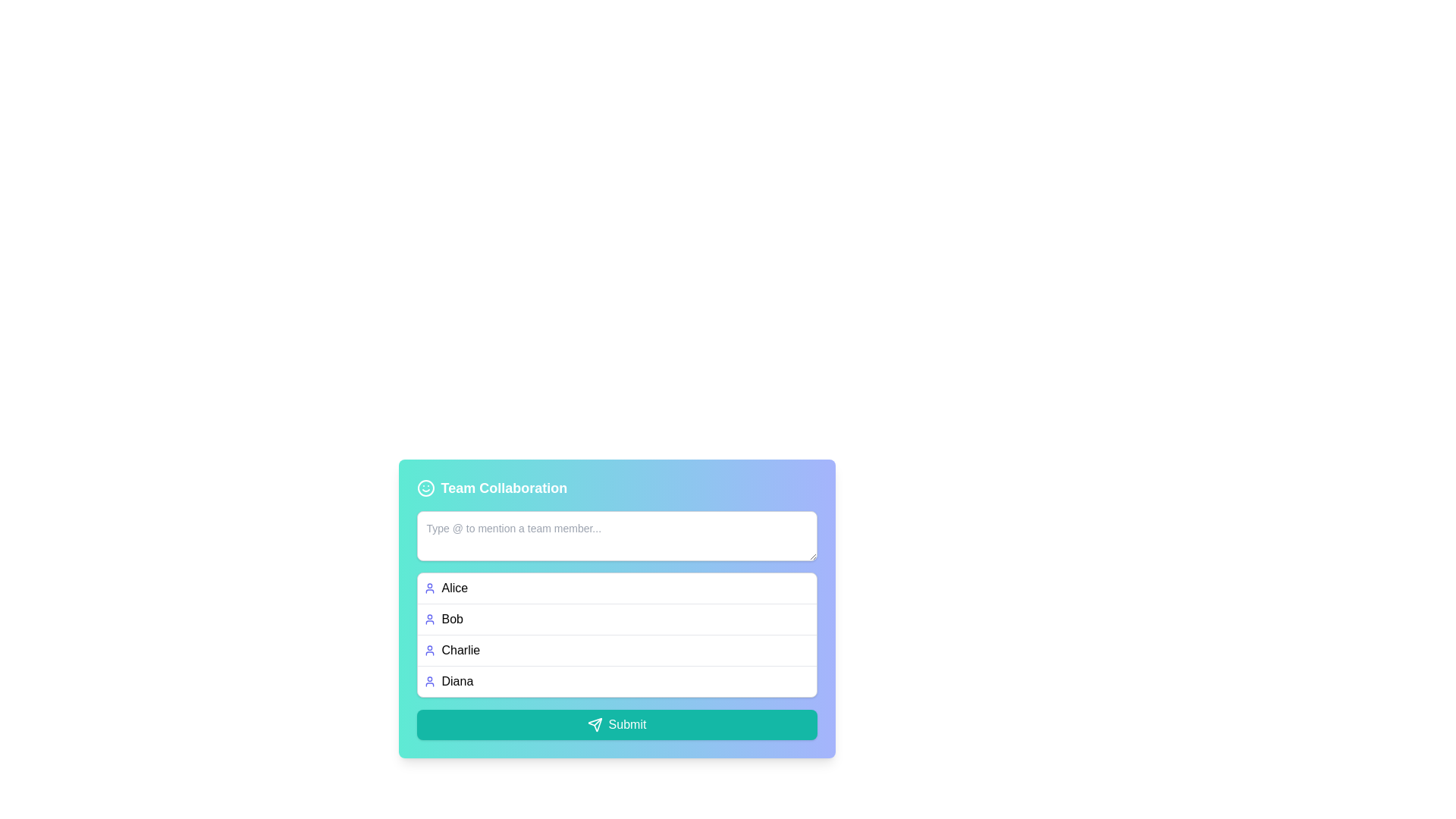 The image size is (1456, 819). I want to click on the list item that identifies the user named 'Bob', so click(617, 607).